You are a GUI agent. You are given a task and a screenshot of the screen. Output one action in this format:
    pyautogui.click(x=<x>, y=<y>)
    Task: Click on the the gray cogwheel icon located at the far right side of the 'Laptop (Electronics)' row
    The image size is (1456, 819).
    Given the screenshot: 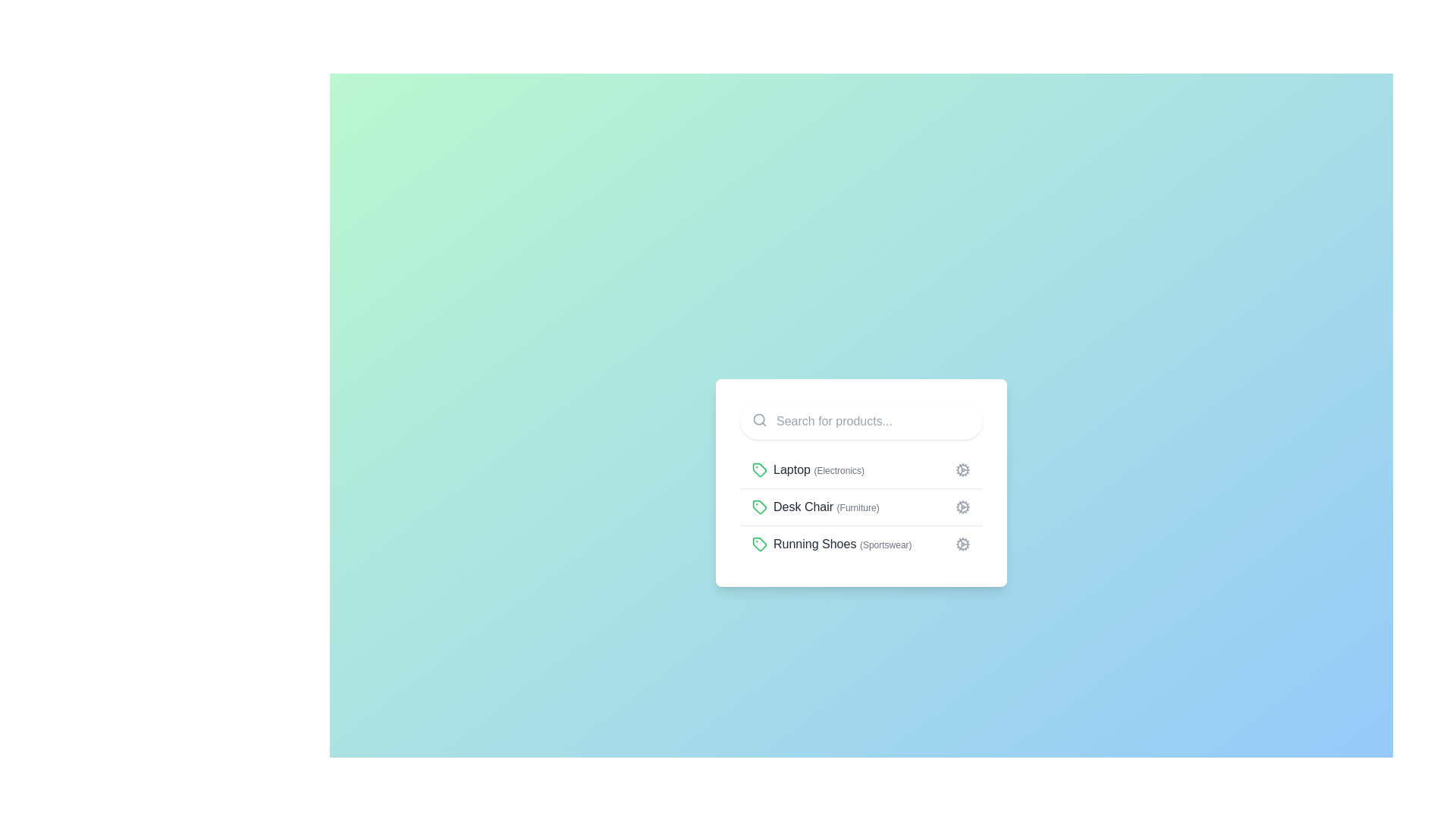 What is the action you would take?
    pyautogui.click(x=962, y=469)
    